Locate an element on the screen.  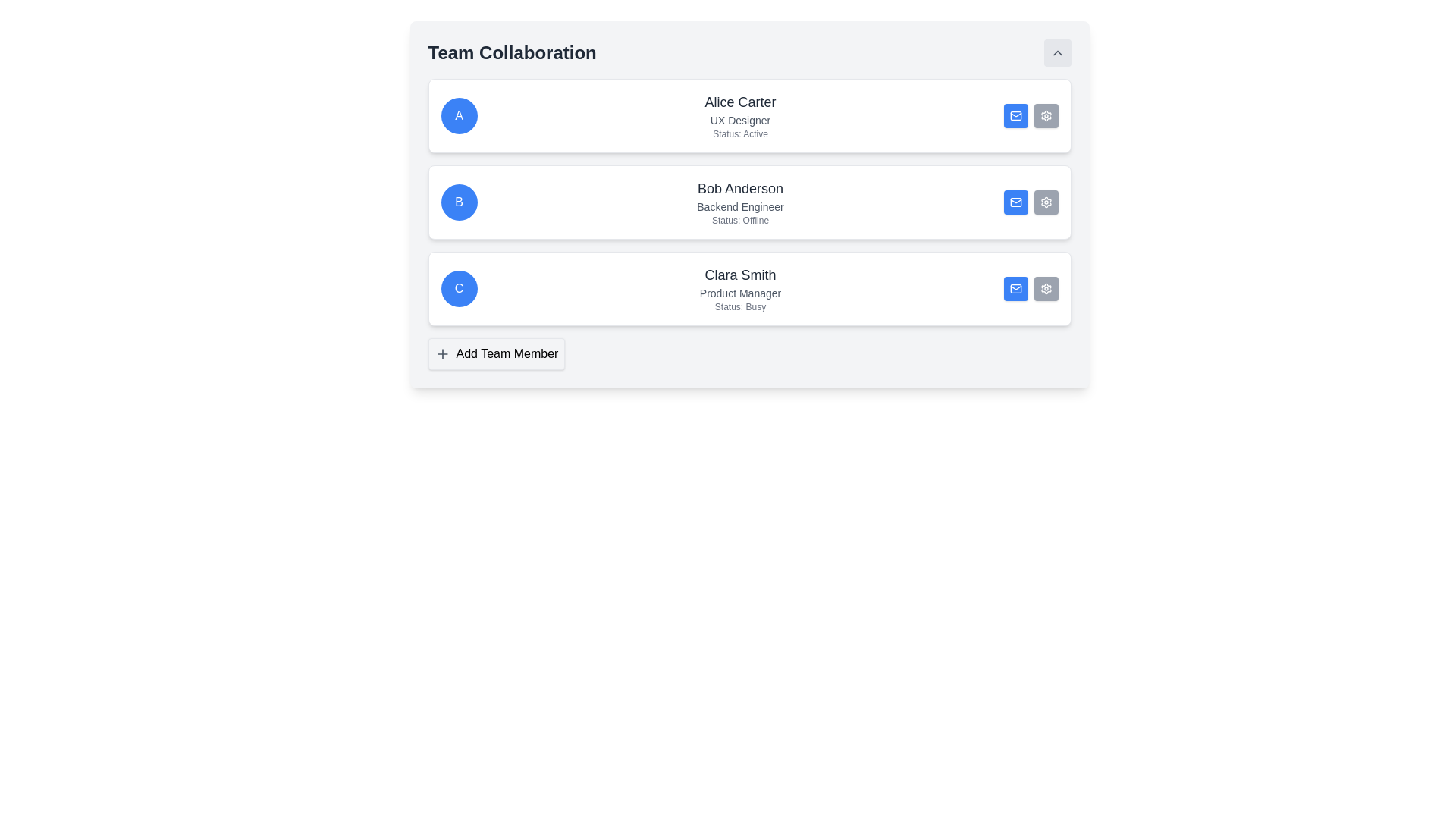
displayed information from the Information Display element that shows the name, role, and current availability status of a team member, located in the third card of a vertical stack in the collaboration interface is located at coordinates (740, 289).